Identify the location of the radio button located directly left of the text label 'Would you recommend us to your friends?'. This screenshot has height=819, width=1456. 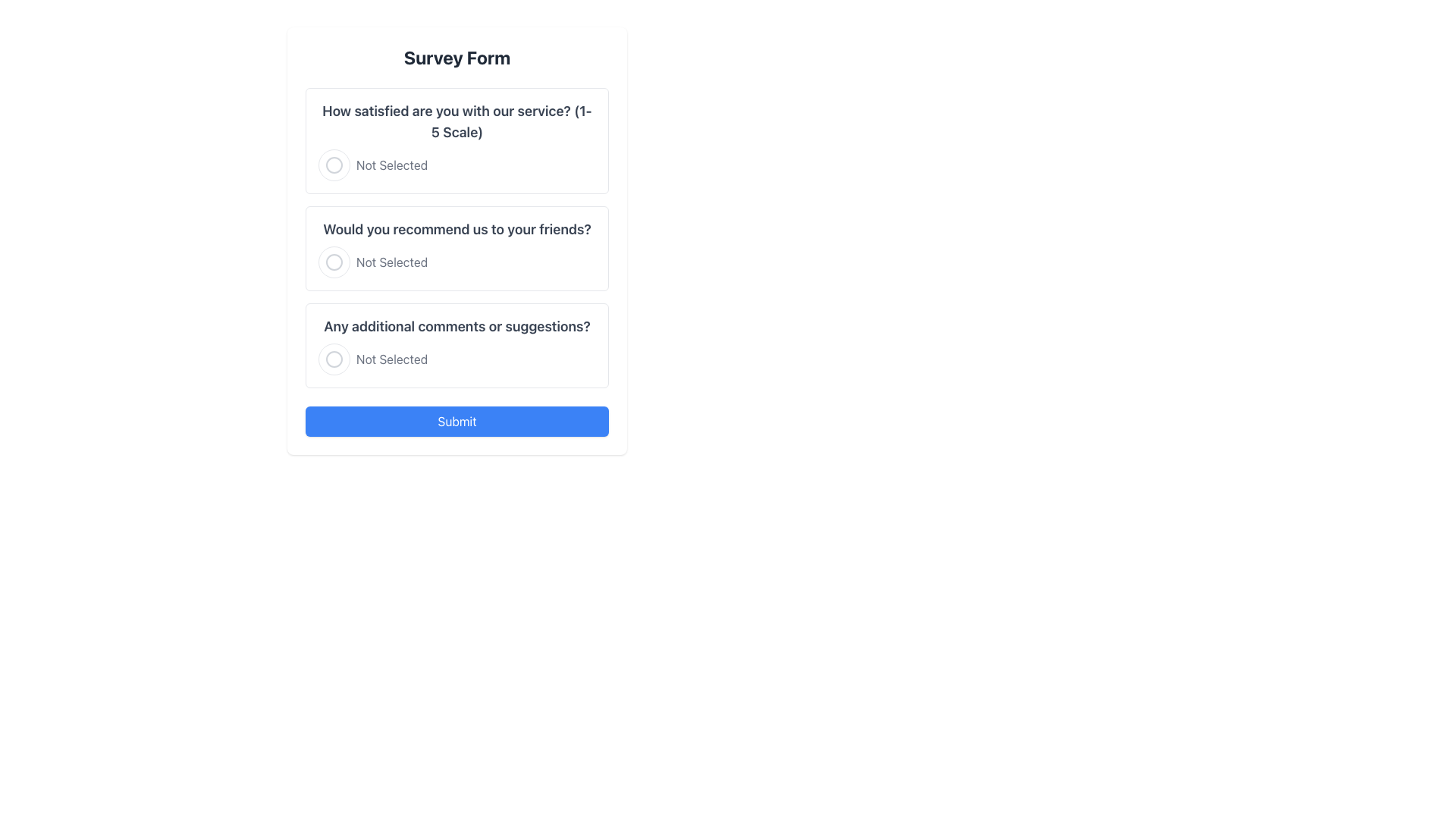
(334, 262).